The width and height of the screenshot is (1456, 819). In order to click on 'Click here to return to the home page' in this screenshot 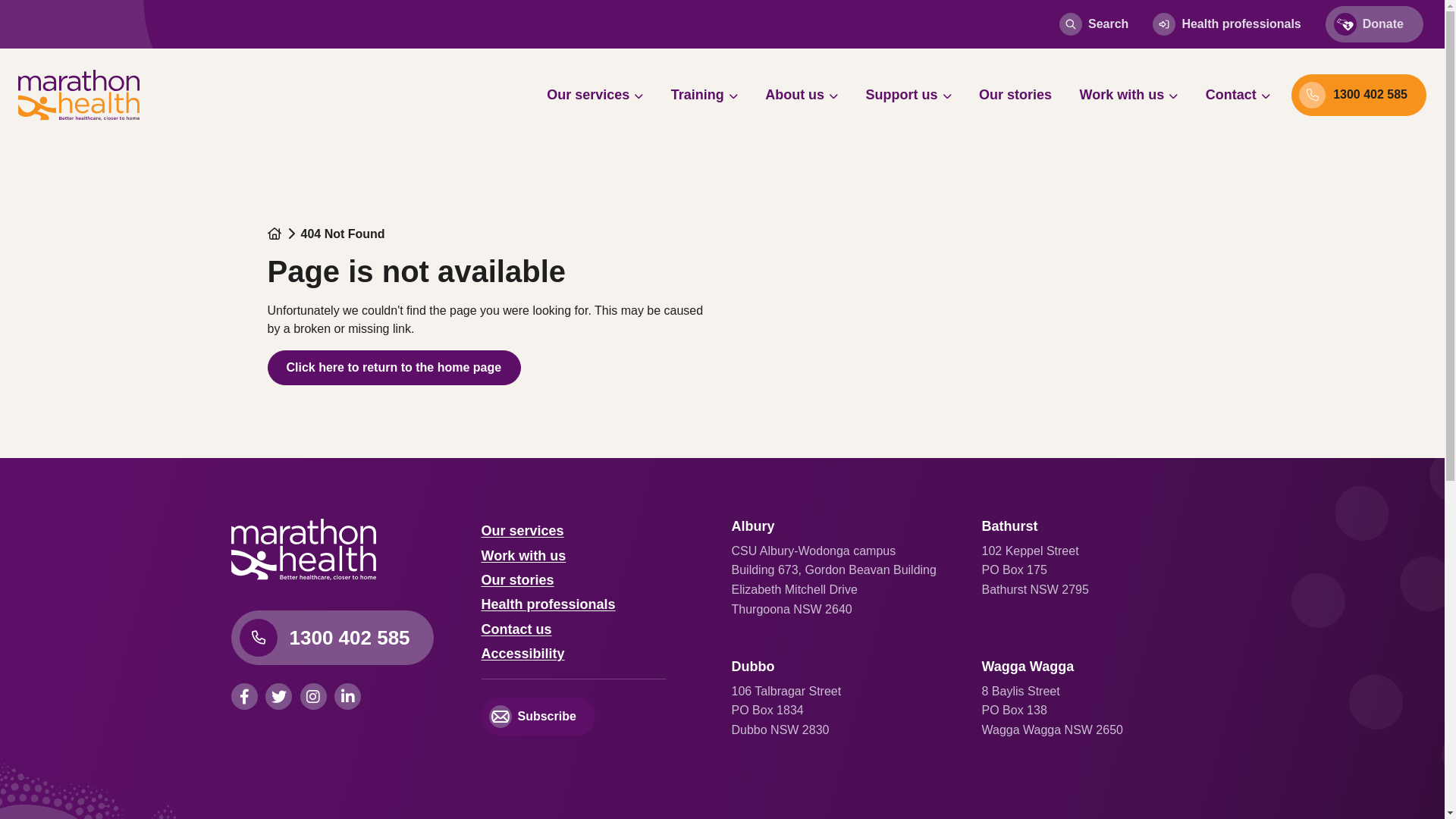, I will do `click(394, 368)`.